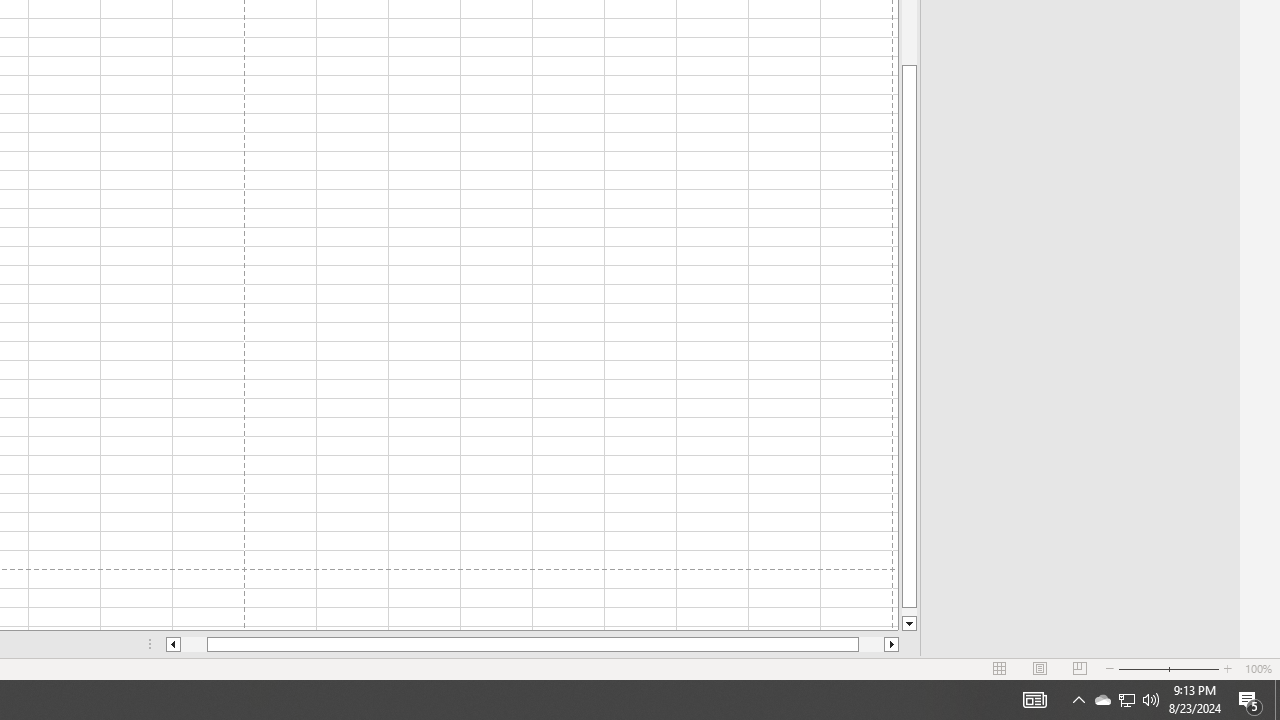 The height and width of the screenshot is (720, 1280). Describe the element at coordinates (1040, 669) in the screenshot. I see `'Page Layout'` at that location.